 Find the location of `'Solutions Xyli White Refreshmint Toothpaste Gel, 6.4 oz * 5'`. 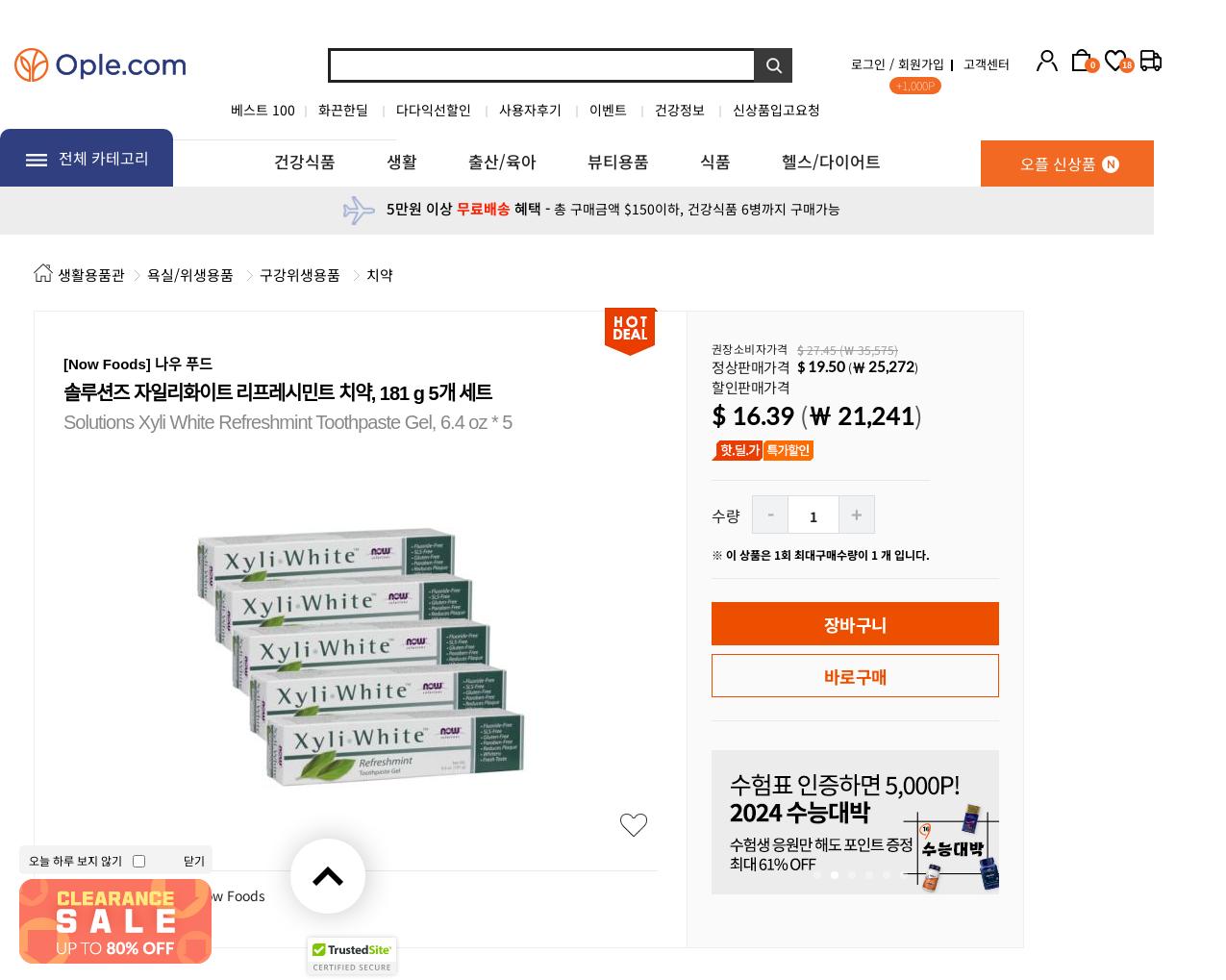

'Solutions Xyli White Refreshmint Toothpaste Gel, 6.4 oz * 5' is located at coordinates (63, 421).